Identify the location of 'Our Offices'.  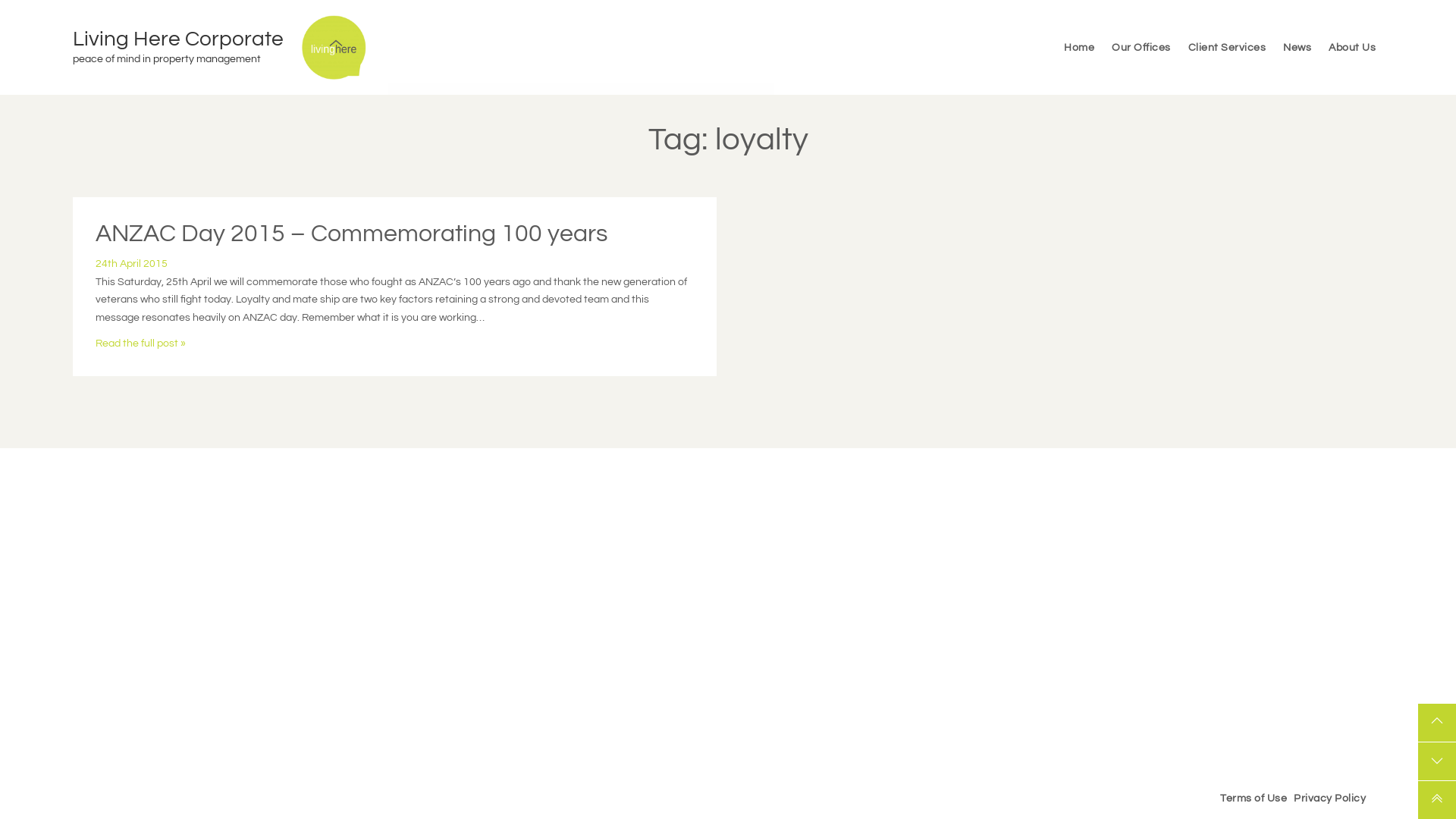
(1103, 45).